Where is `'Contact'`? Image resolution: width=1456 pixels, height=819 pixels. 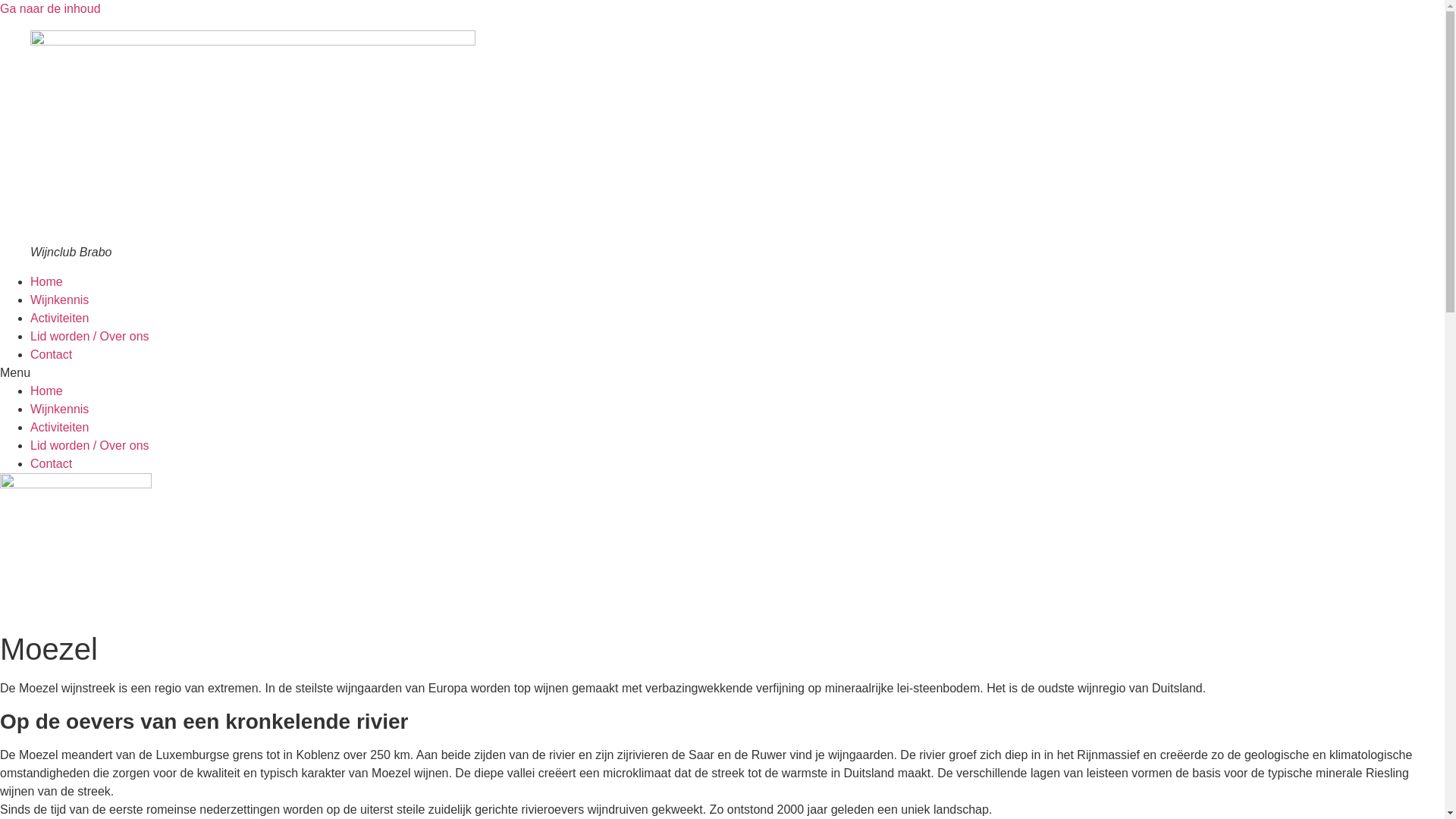
'Contact' is located at coordinates (51, 463).